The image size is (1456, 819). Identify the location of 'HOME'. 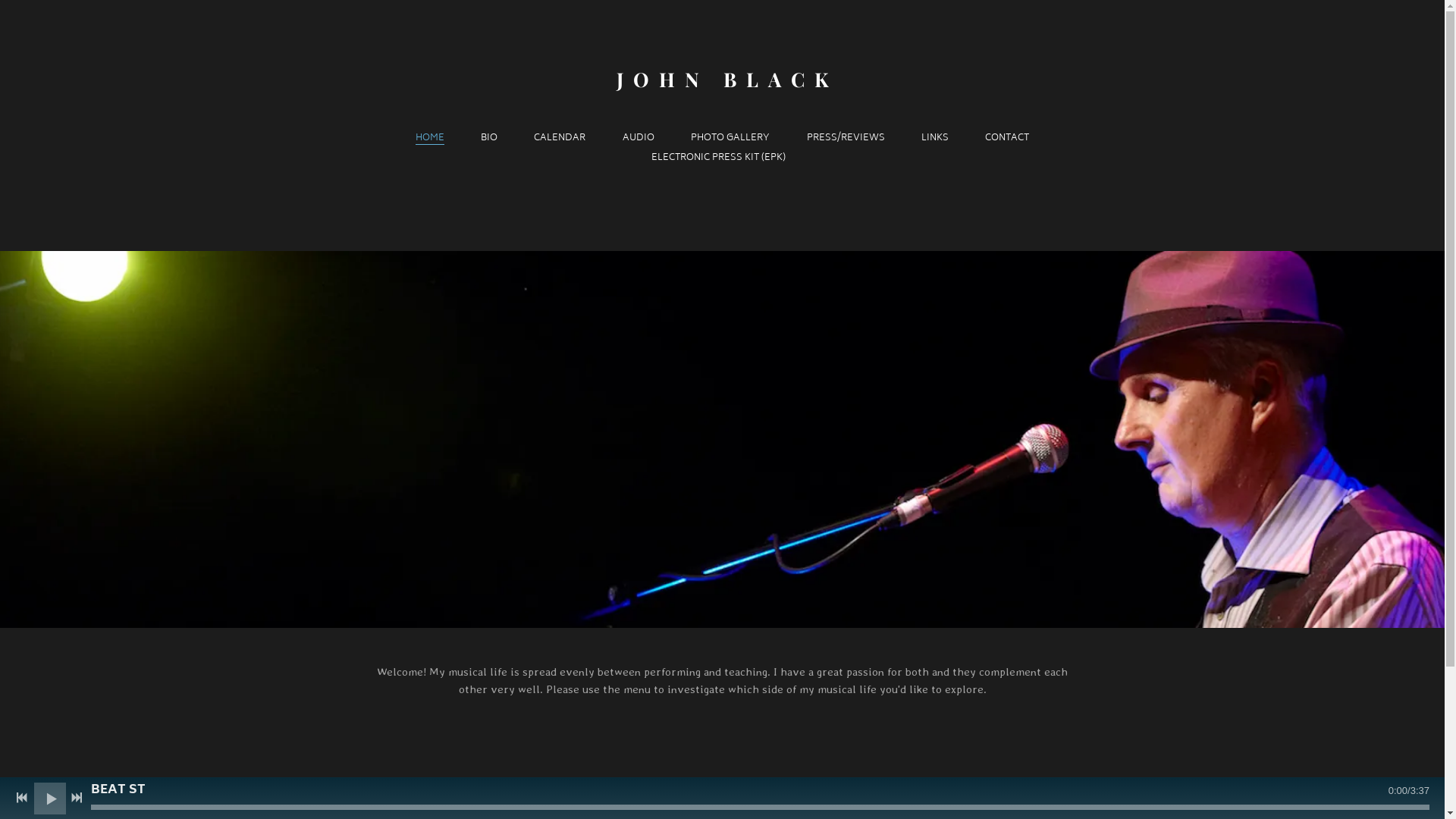
(428, 138).